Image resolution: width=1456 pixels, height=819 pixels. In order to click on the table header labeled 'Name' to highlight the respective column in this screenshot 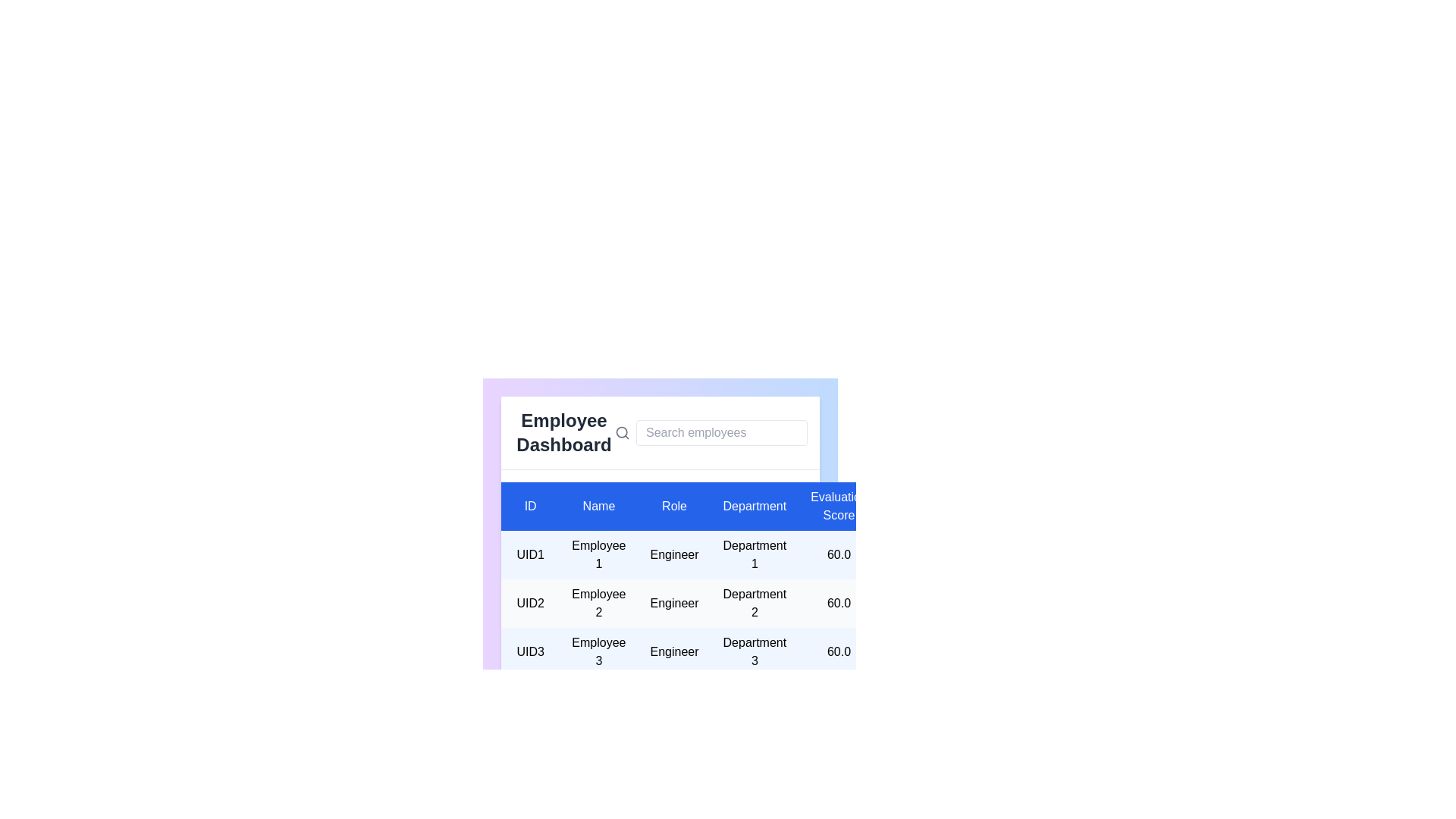, I will do `click(598, 506)`.